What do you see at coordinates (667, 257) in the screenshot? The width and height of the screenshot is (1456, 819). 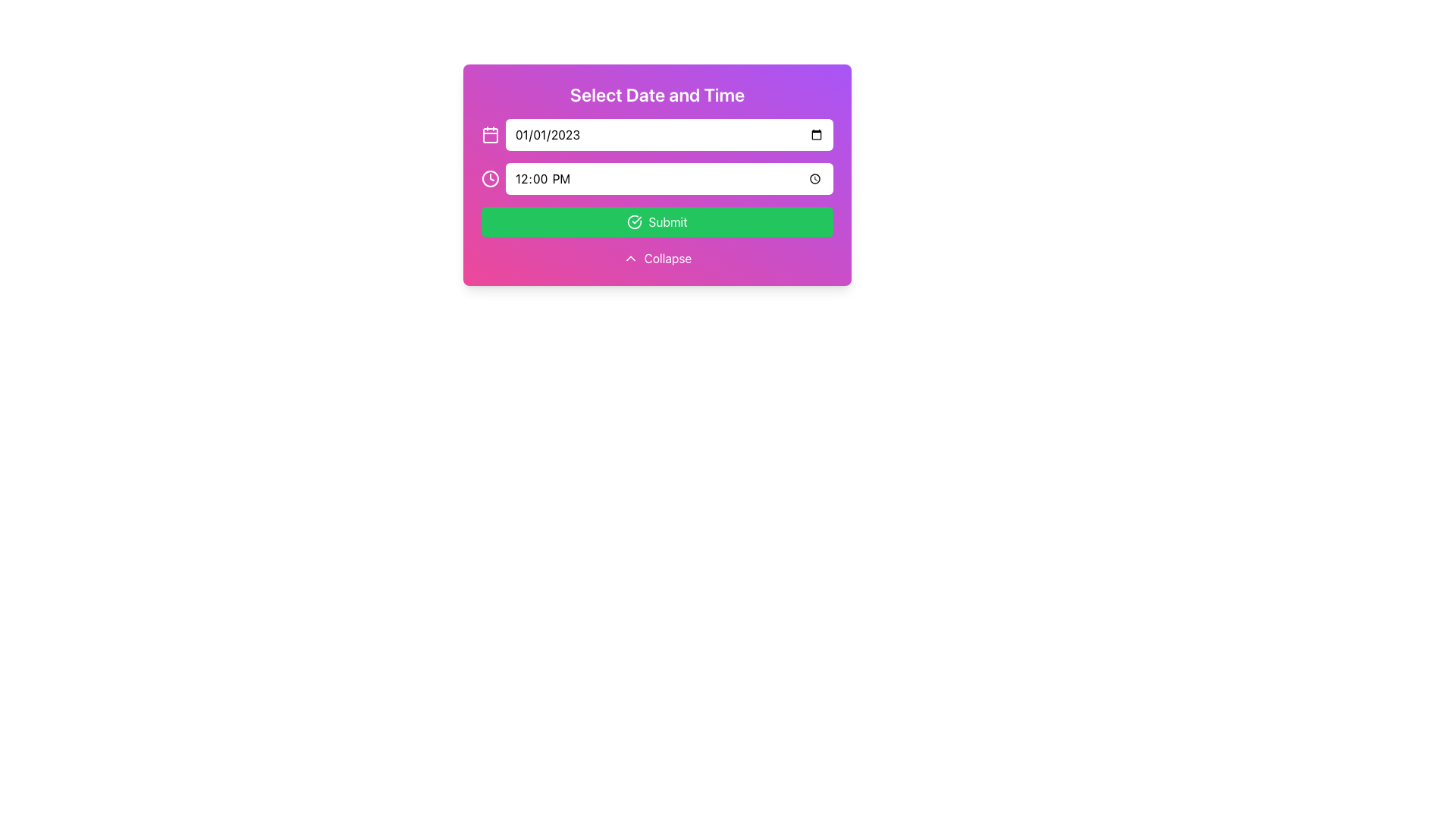 I see `the 'Collapse' text label, which is styled in white on a pink button-like region located at the bottom center of the panel` at bounding box center [667, 257].